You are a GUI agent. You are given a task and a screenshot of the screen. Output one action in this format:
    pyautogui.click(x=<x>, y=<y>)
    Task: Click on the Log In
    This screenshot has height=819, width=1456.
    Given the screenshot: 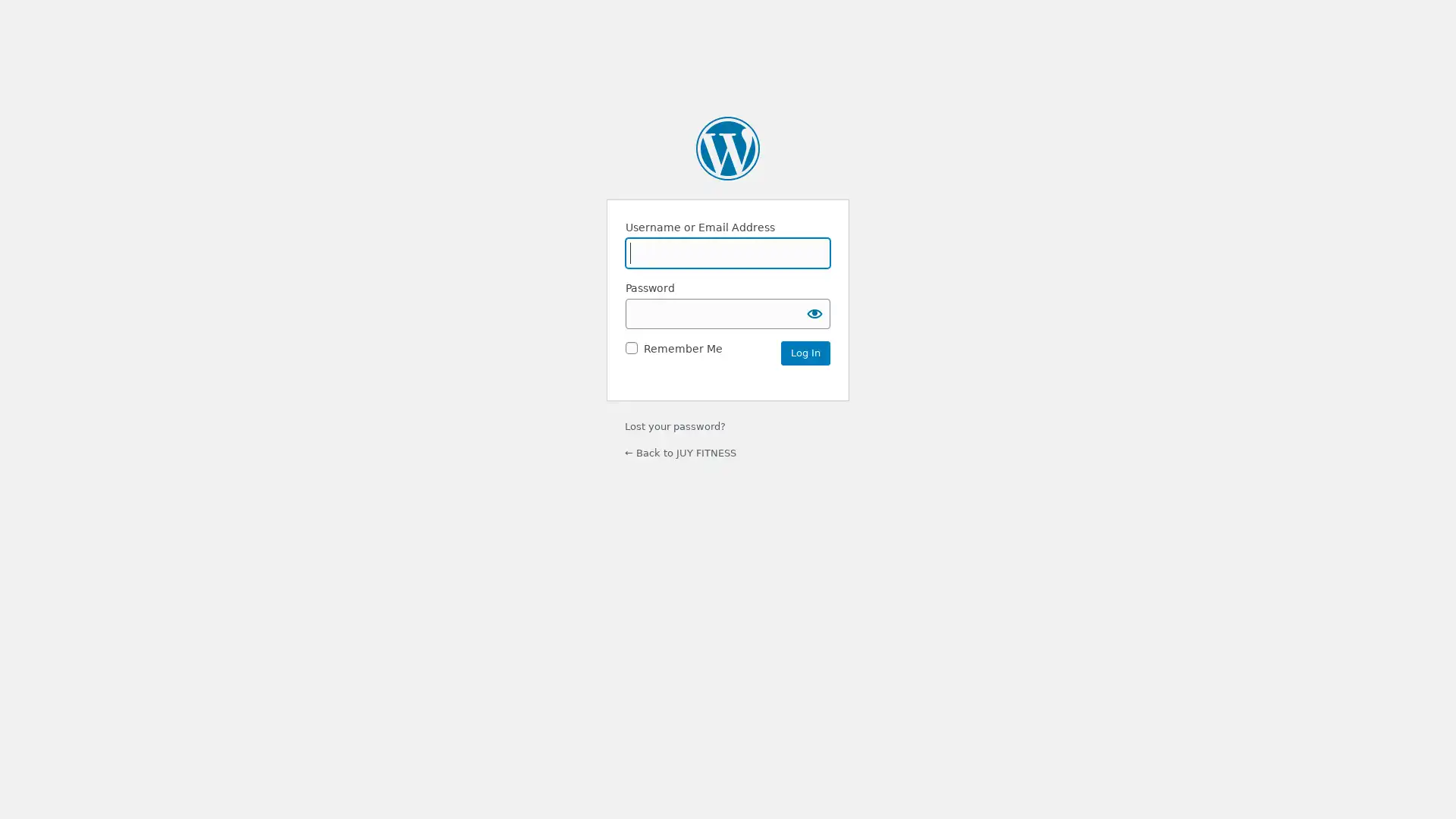 What is the action you would take?
    pyautogui.click(x=805, y=353)
    